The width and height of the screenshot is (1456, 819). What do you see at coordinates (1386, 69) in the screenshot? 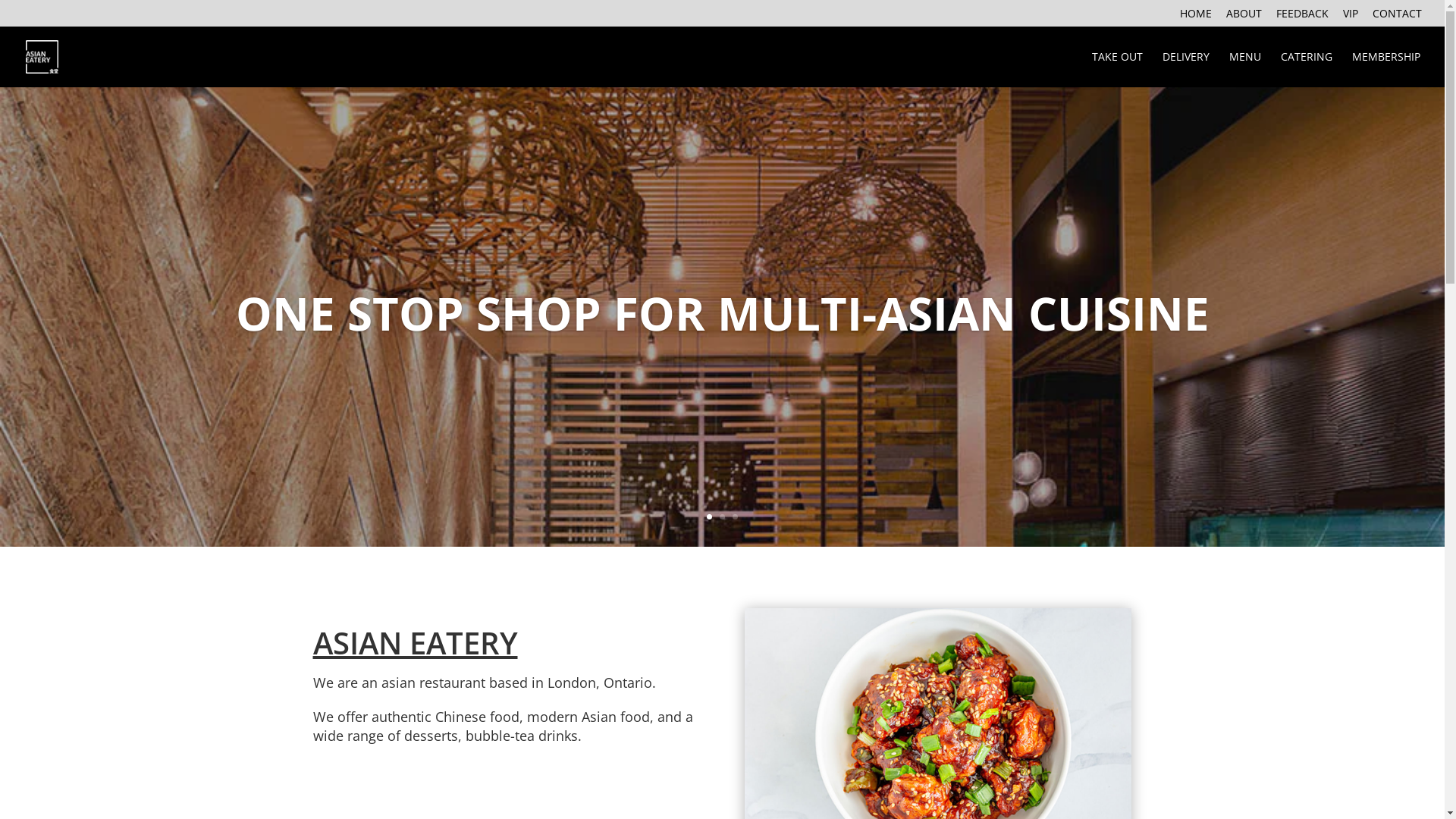
I see `'MEMBERSHIP'` at bounding box center [1386, 69].